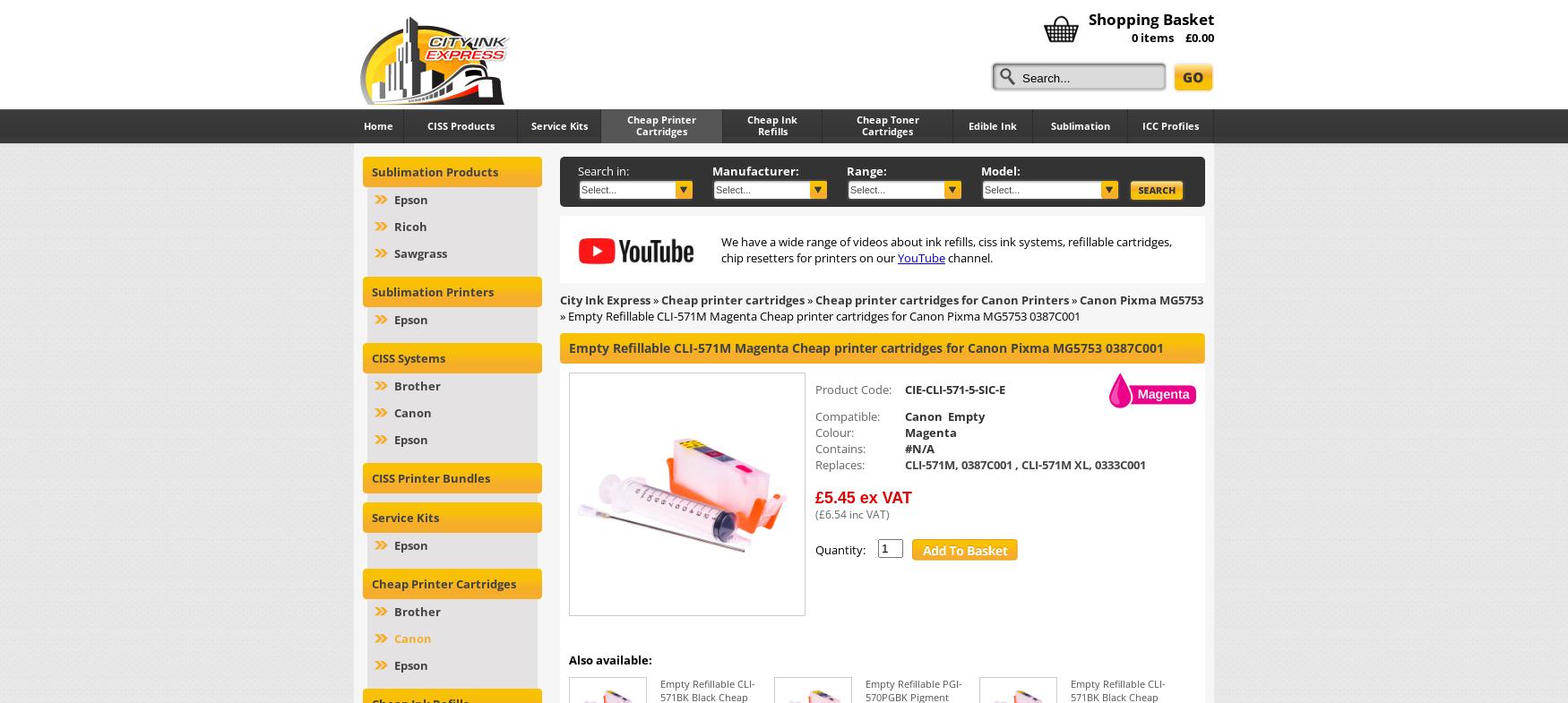 This screenshot has width=1568, height=703. Describe the element at coordinates (409, 358) in the screenshot. I see `'CISS Systems'` at that location.